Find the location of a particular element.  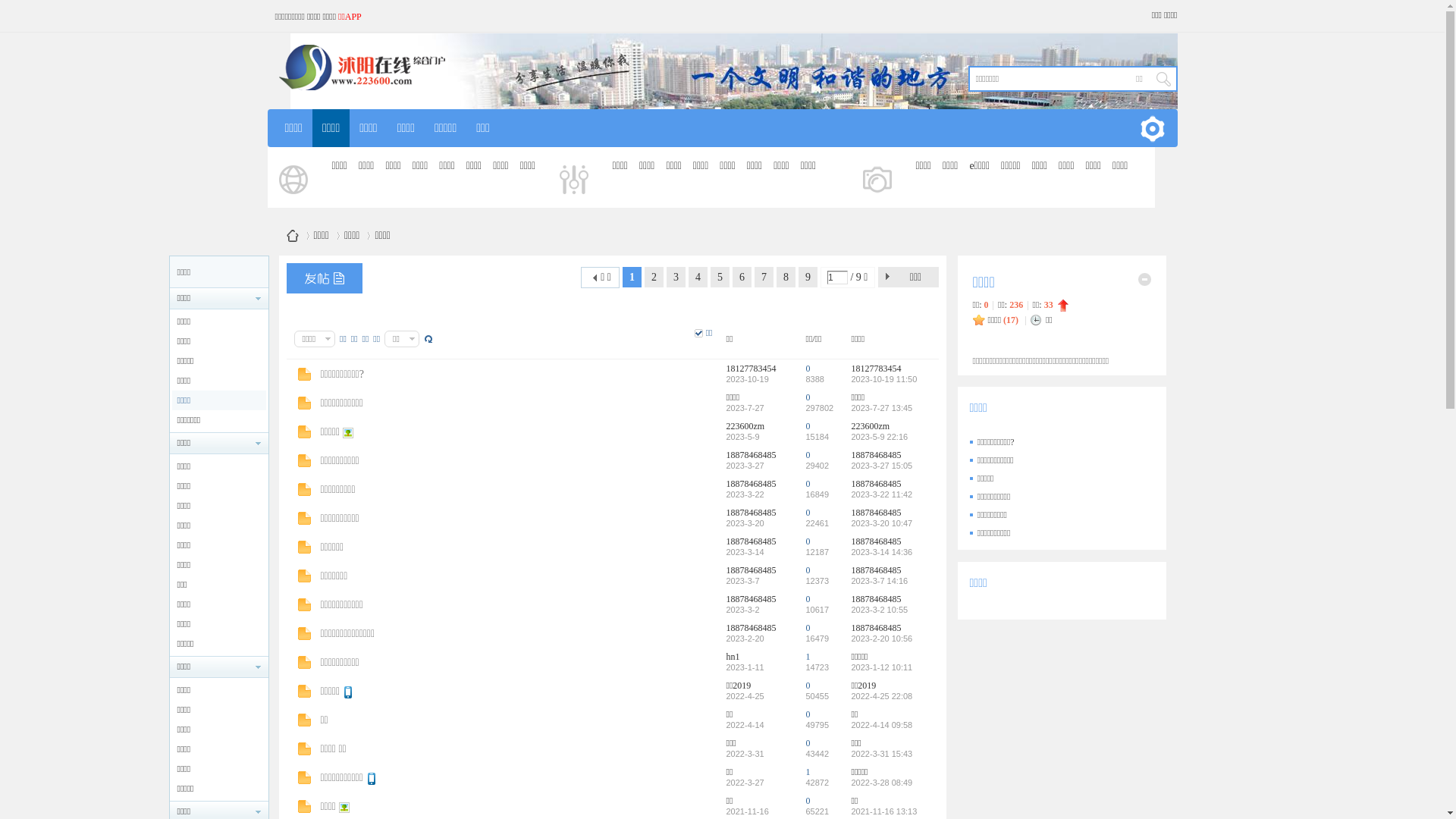

'2022-3-28 08:49' is located at coordinates (851, 783).